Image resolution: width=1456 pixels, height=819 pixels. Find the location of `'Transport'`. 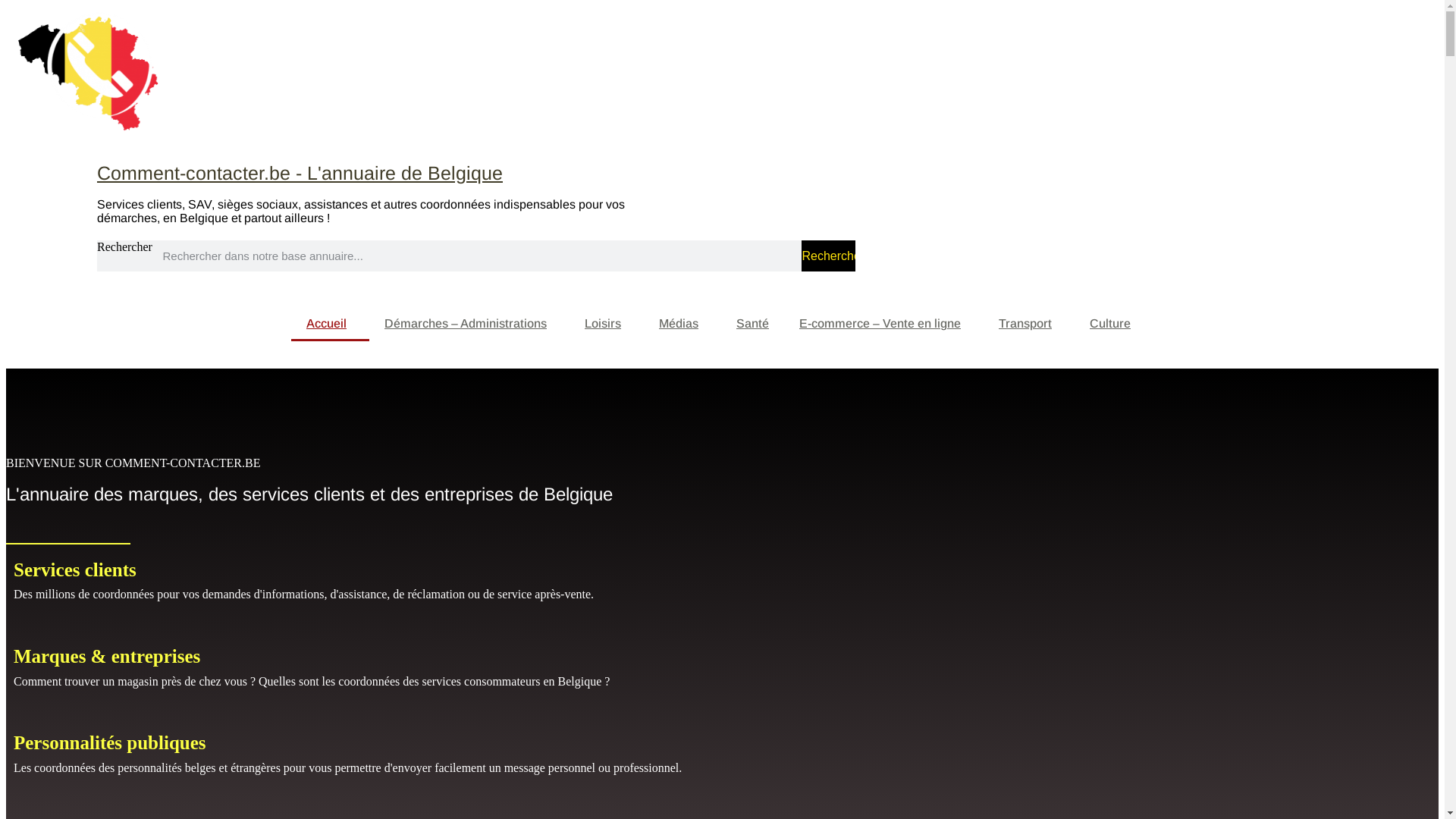

'Transport' is located at coordinates (1029, 323).